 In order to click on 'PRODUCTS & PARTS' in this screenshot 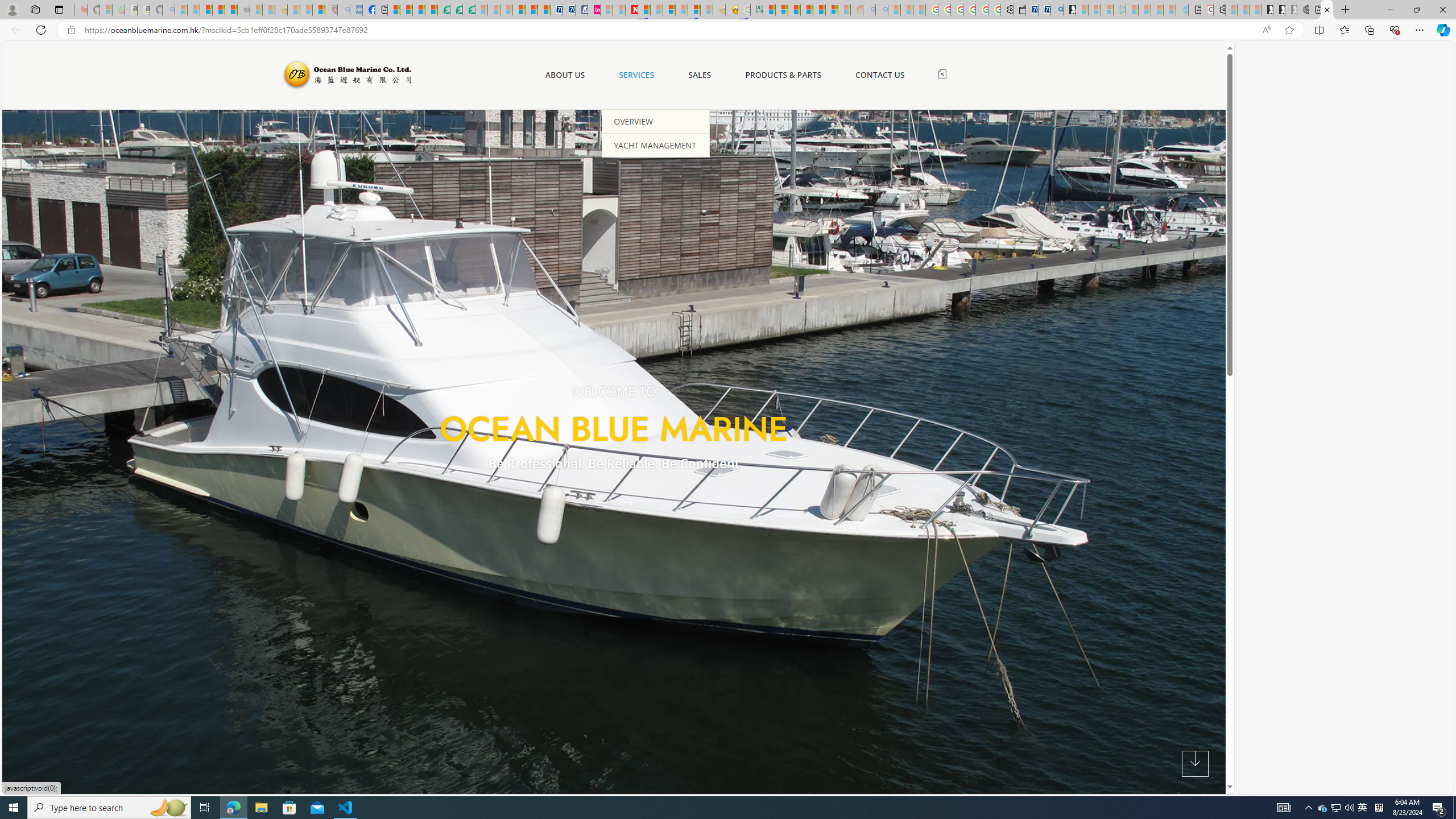, I will do `click(783, 75)`.